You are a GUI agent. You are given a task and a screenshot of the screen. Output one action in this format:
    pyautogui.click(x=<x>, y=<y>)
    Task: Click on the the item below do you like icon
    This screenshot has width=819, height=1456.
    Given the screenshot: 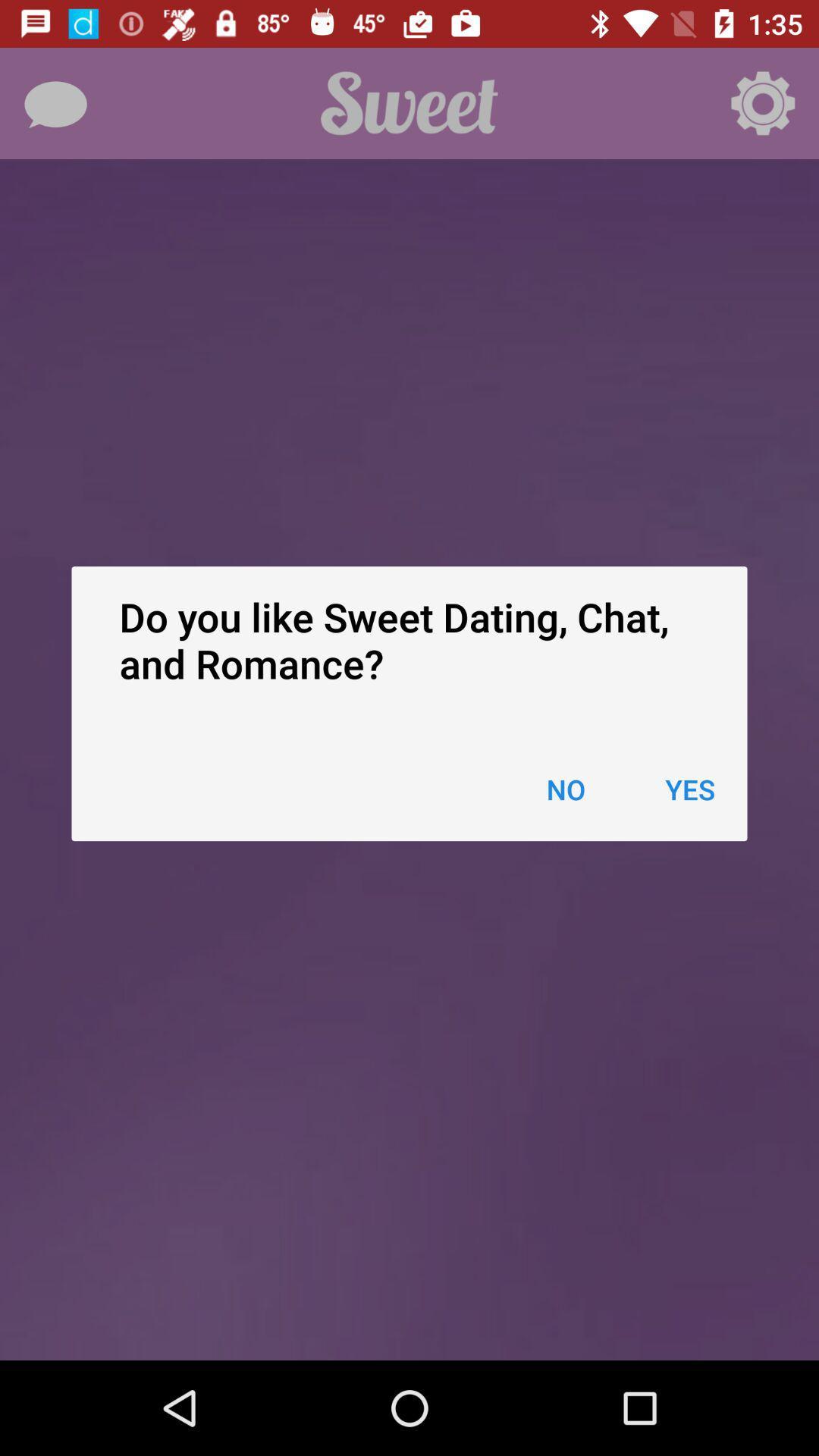 What is the action you would take?
    pyautogui.click(x=566, y=789)
    